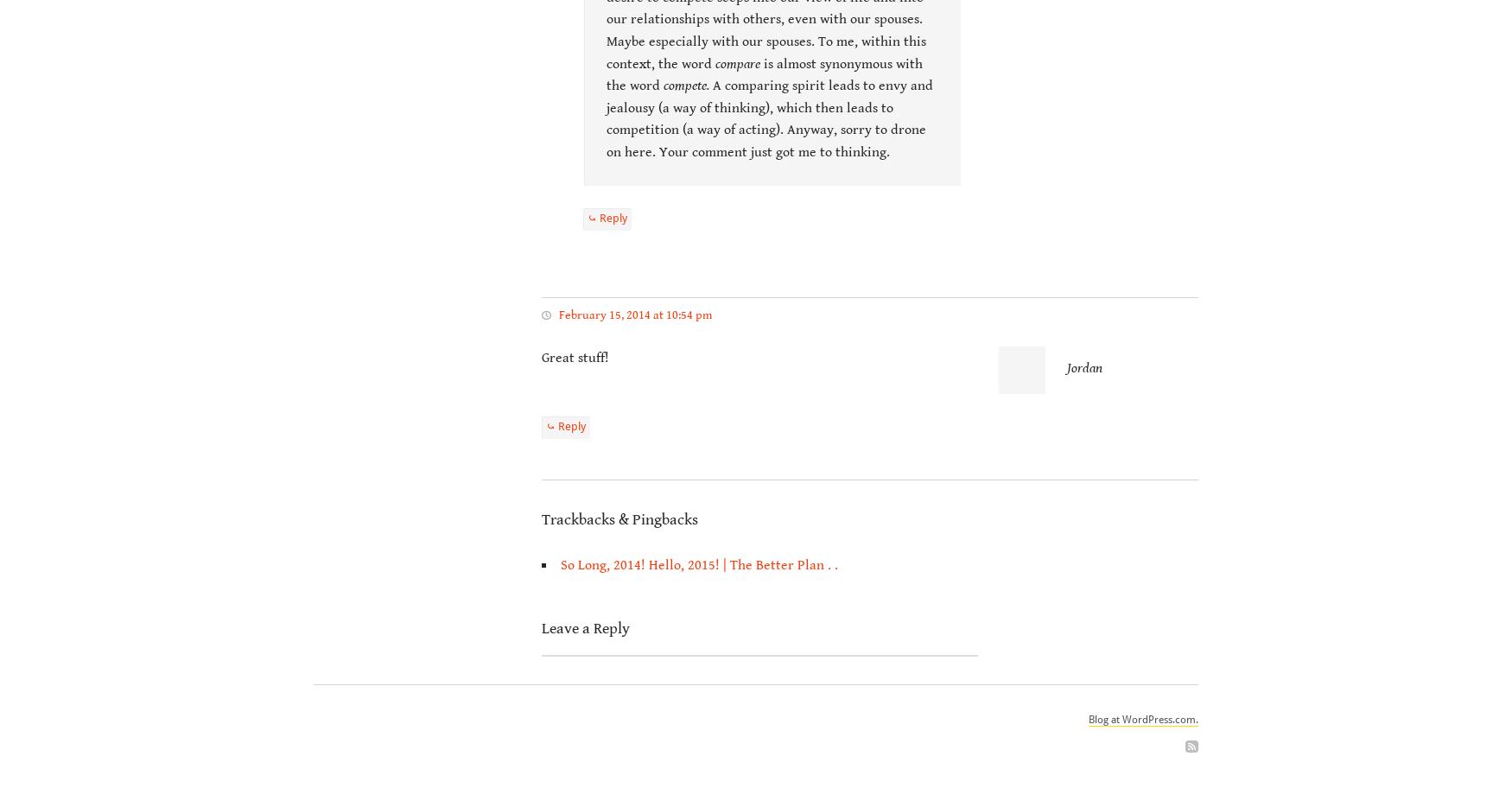 This screenshot has width=1512, height=807. What do you see at coordinates (698, 564) in the screenshot?
I see `'So Long, 2014! Hello, 2015! | The Better Plan . .'` at bounding box center [698, 564].